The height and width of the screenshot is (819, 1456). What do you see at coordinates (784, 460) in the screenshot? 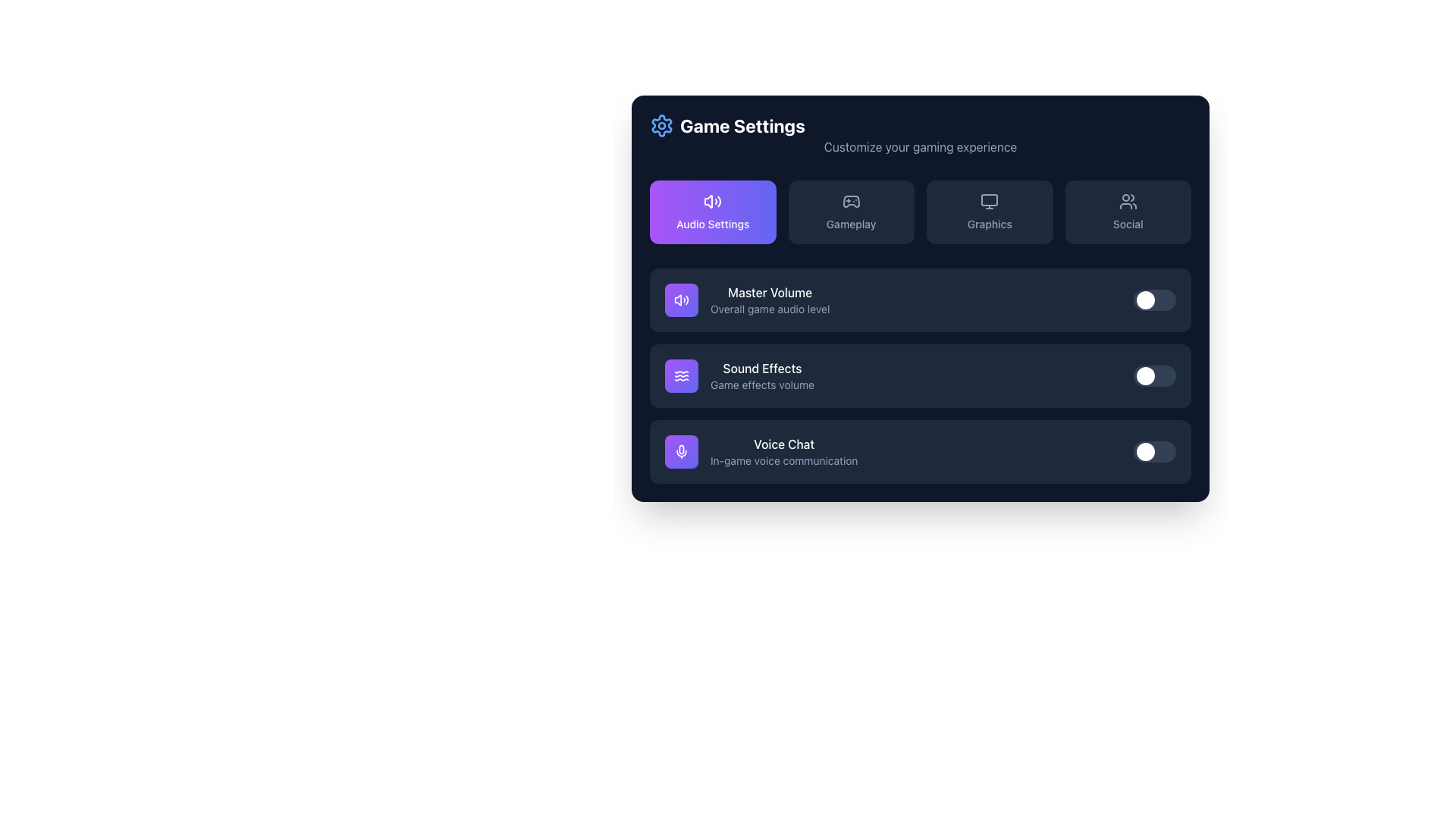
I see `the label providing supplementary information about the 'Voice Chat' feature, located directly below the 'Voice Chat' text in the settings section` at bounding box center [784, 460].